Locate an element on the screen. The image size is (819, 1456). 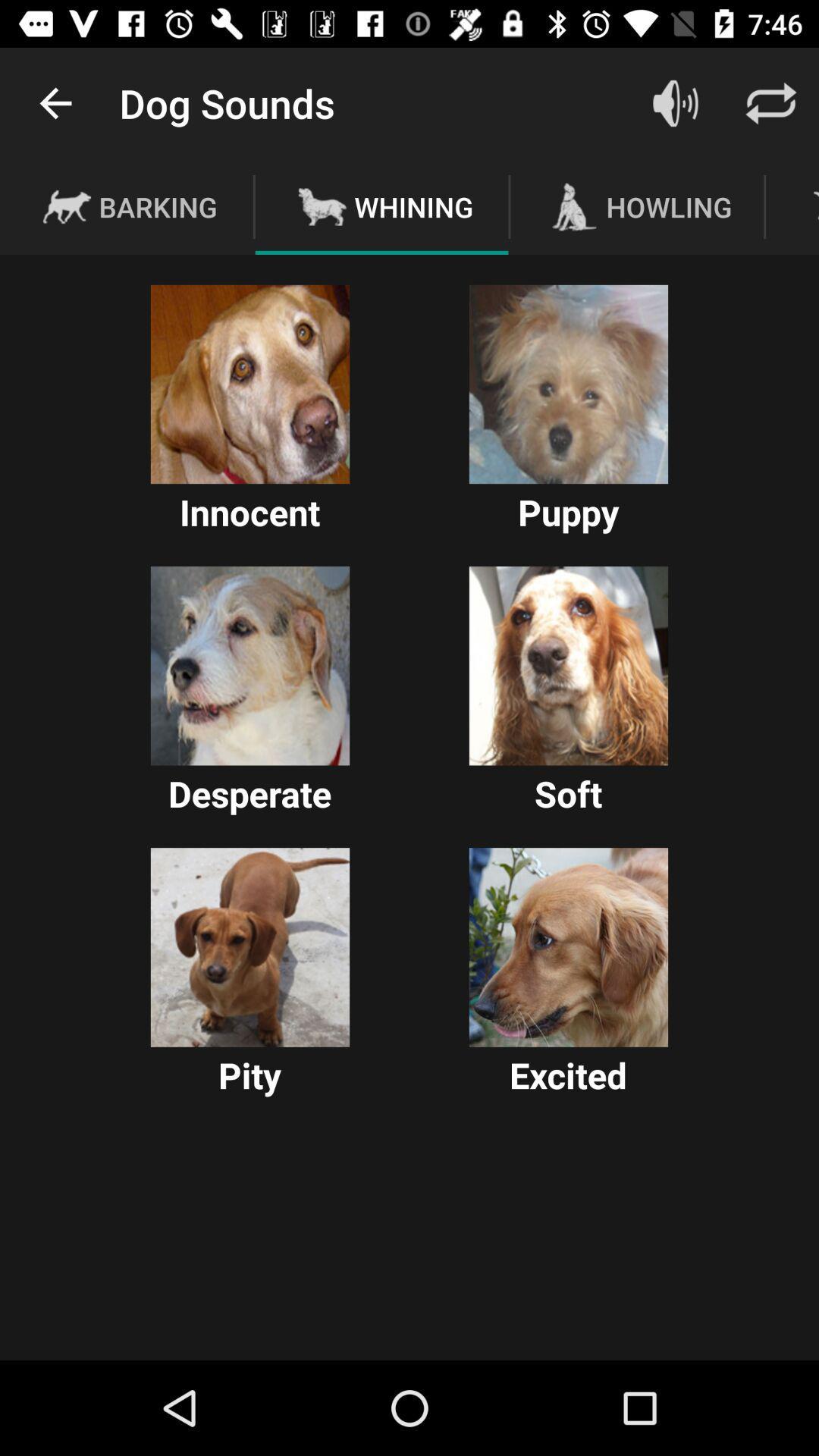
the icon above the howling is located at coordinates (771, 102).